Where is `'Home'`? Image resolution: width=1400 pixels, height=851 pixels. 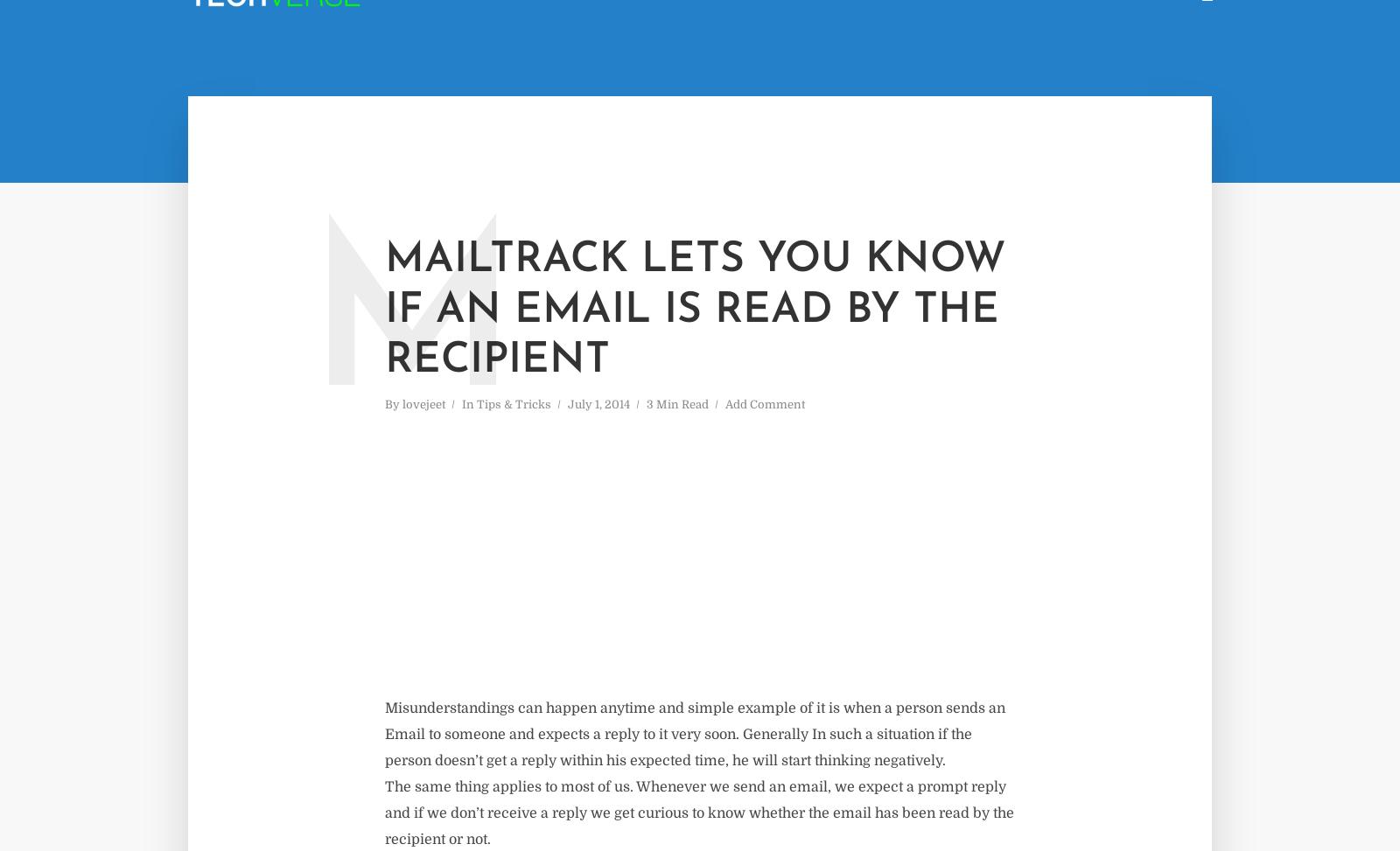 'Home' is located at coordinates (914, 49).